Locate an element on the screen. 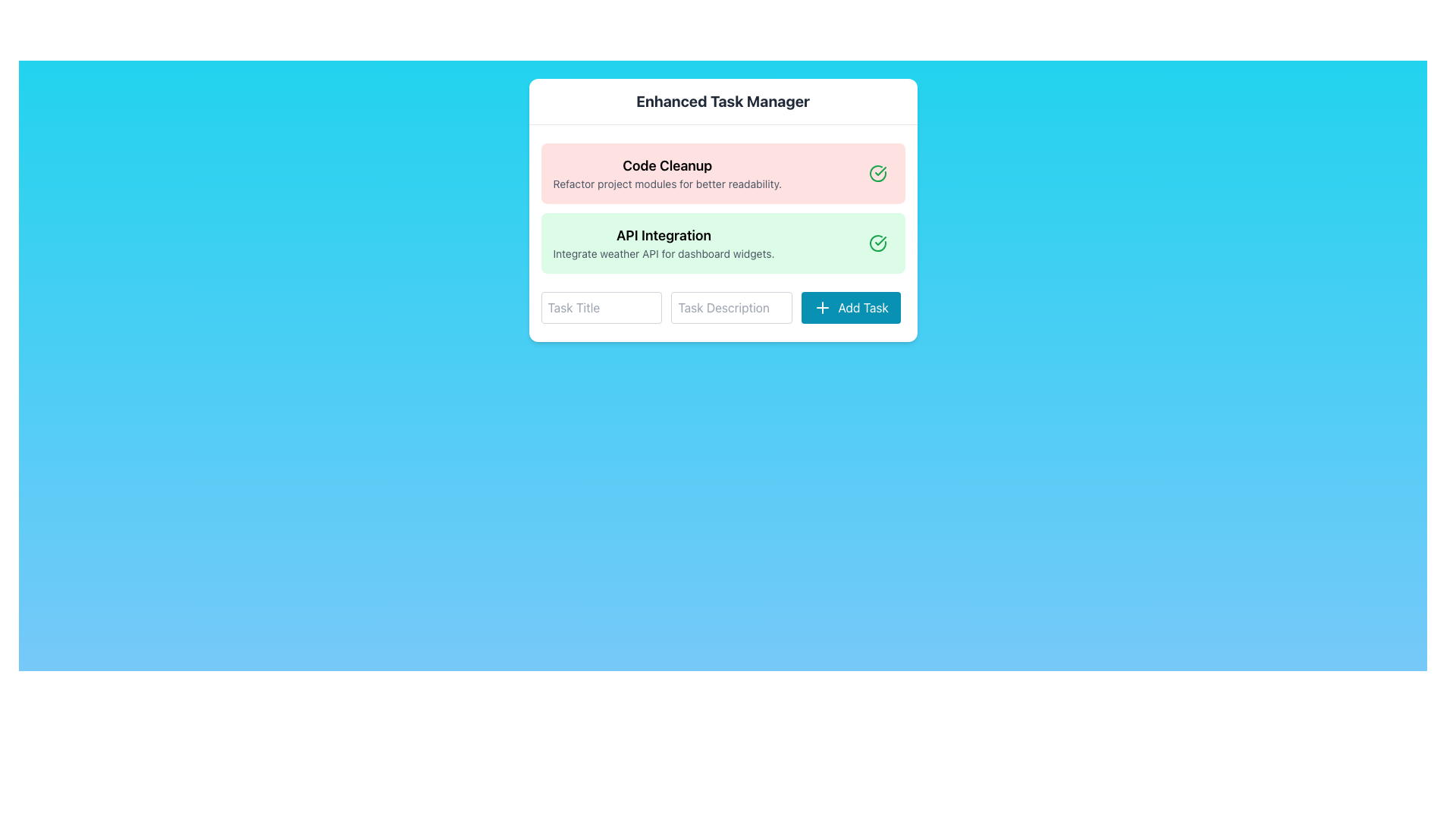  the second task entry in the task management interface, located below the 'Code Cleanup' task is located at coordinates (722, 242).